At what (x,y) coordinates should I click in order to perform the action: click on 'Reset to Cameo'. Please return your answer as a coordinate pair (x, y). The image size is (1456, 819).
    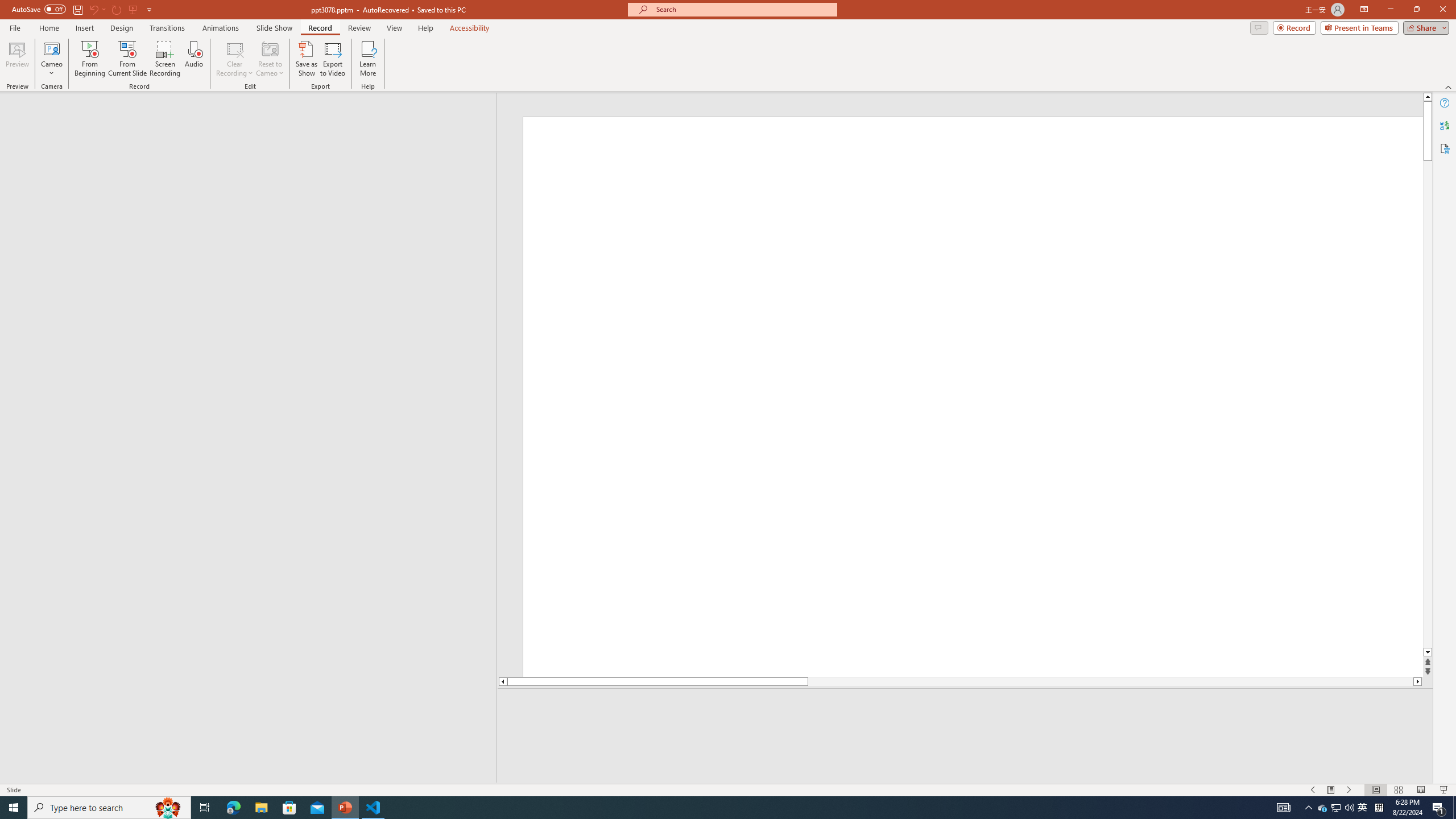
    Looking at the image, I should click on (269, 59).